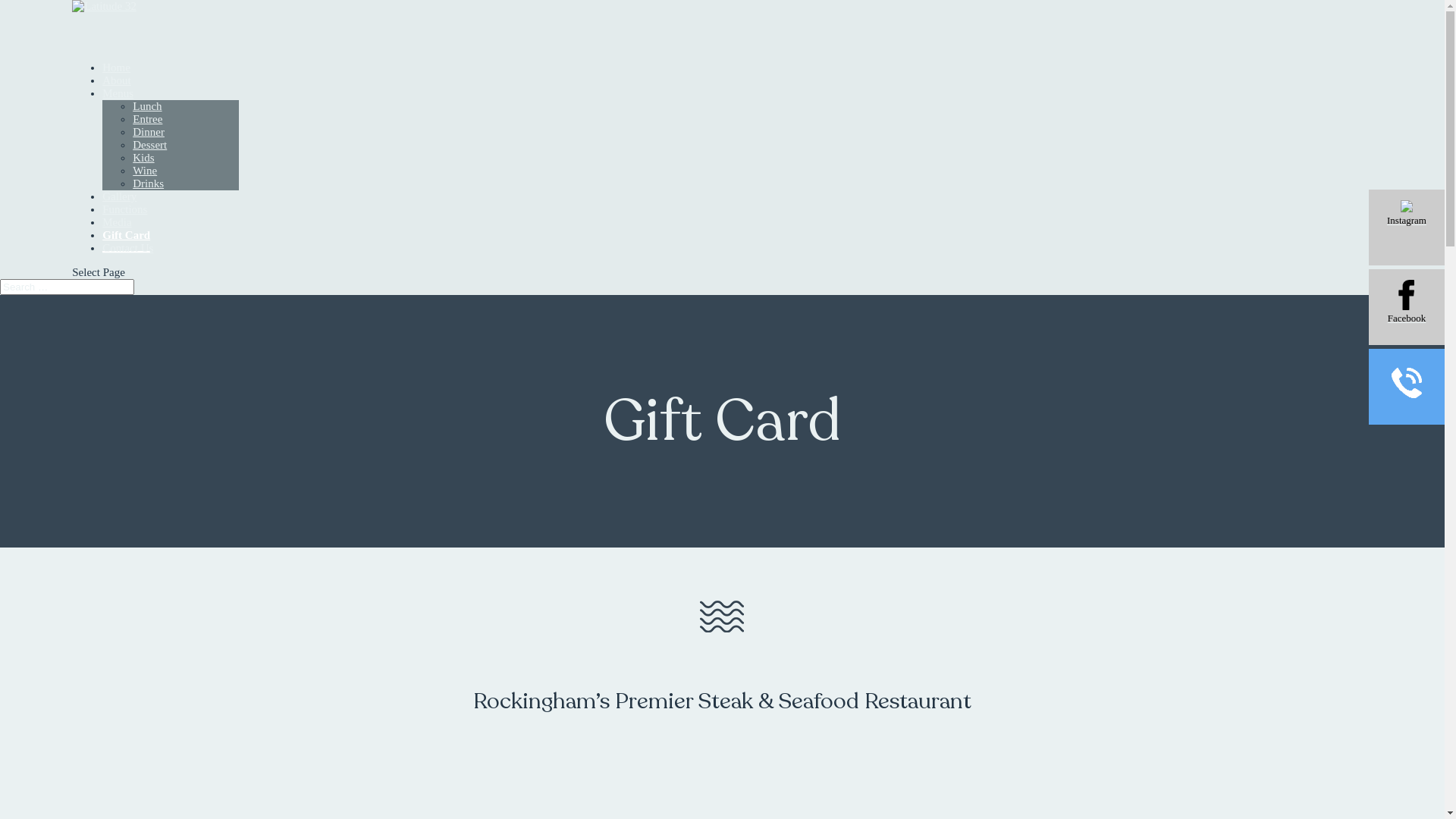 Image resolution: width=1456 pixels, height=819 pixels. I want to click on 'Search for:', so click(66, 287).